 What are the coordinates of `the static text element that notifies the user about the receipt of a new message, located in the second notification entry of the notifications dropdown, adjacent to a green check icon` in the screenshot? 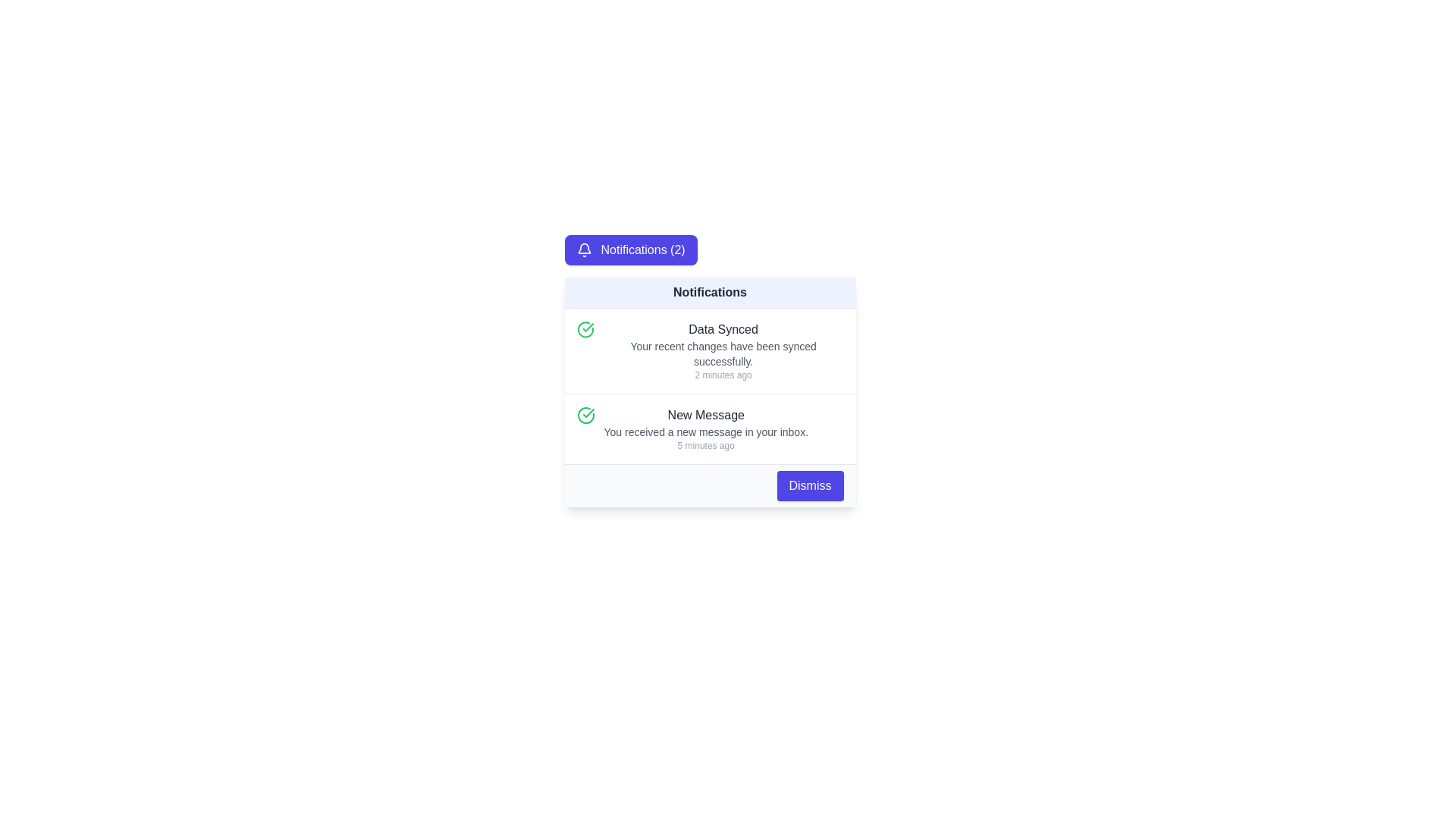 It's located at (705, 429).